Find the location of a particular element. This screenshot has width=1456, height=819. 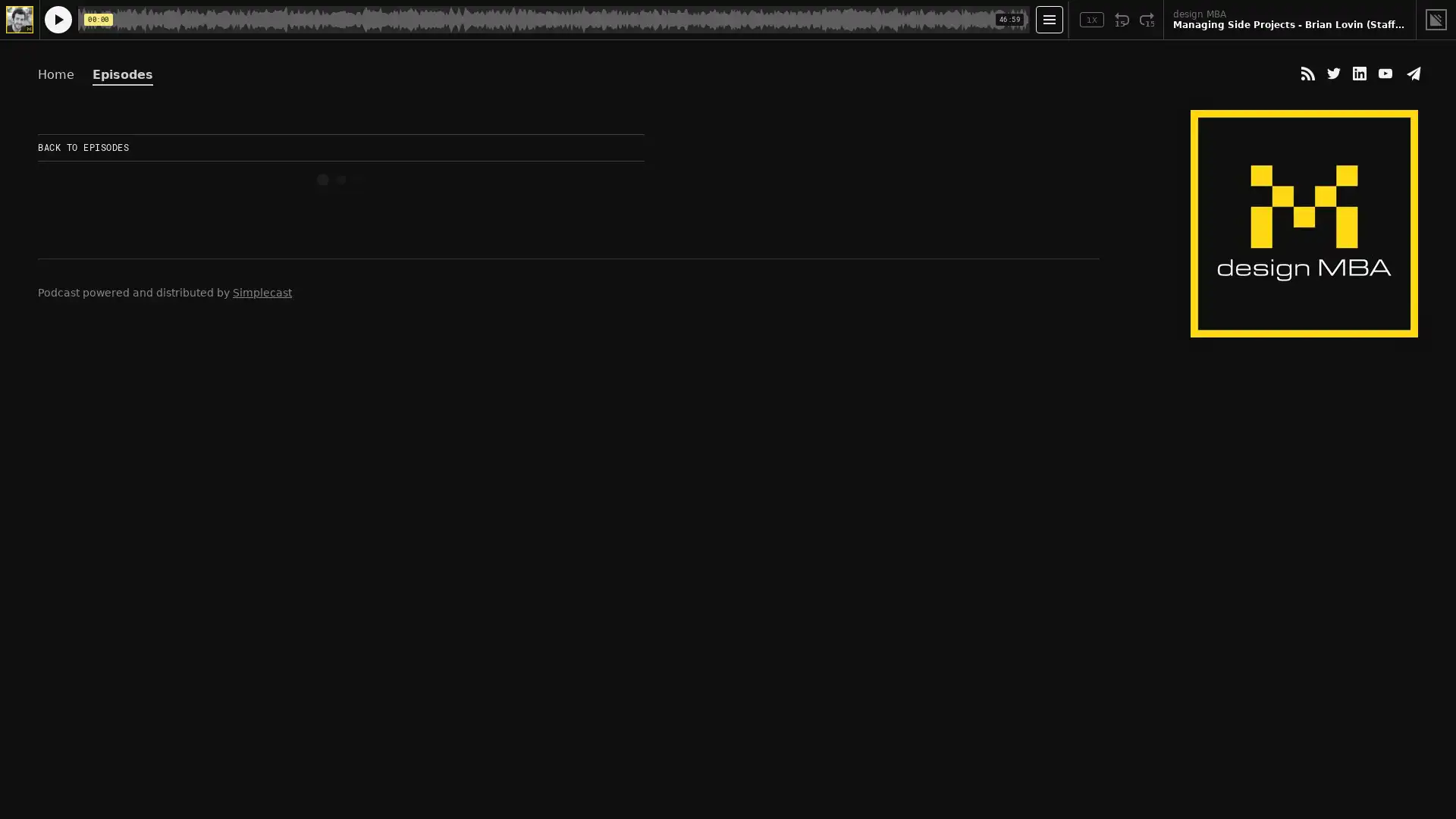

Open Player Settings is located at coordinates (1048, 20).